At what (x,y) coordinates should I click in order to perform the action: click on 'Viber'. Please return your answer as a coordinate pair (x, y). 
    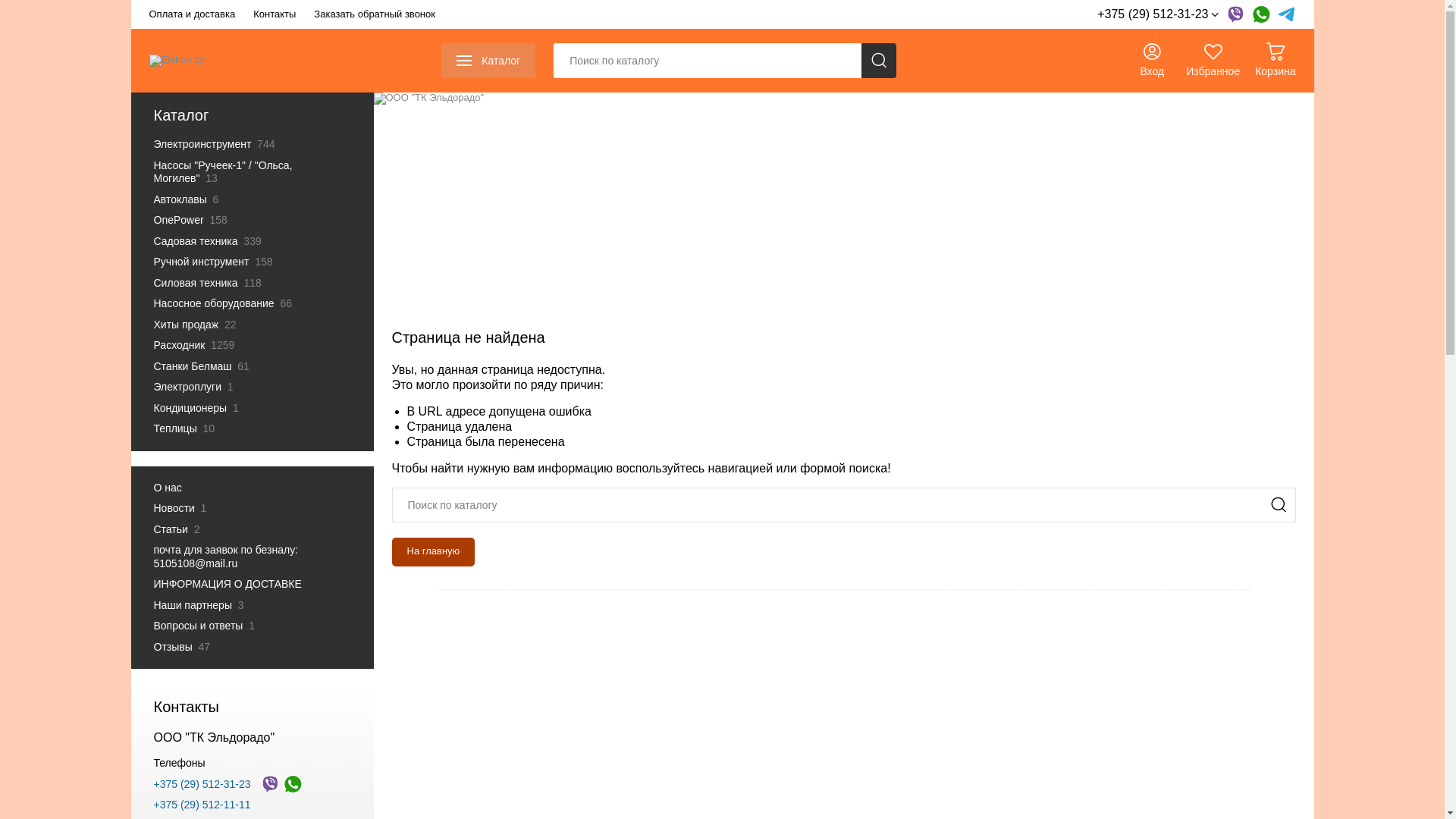
    Looking at the image, I should click on (269, 783).